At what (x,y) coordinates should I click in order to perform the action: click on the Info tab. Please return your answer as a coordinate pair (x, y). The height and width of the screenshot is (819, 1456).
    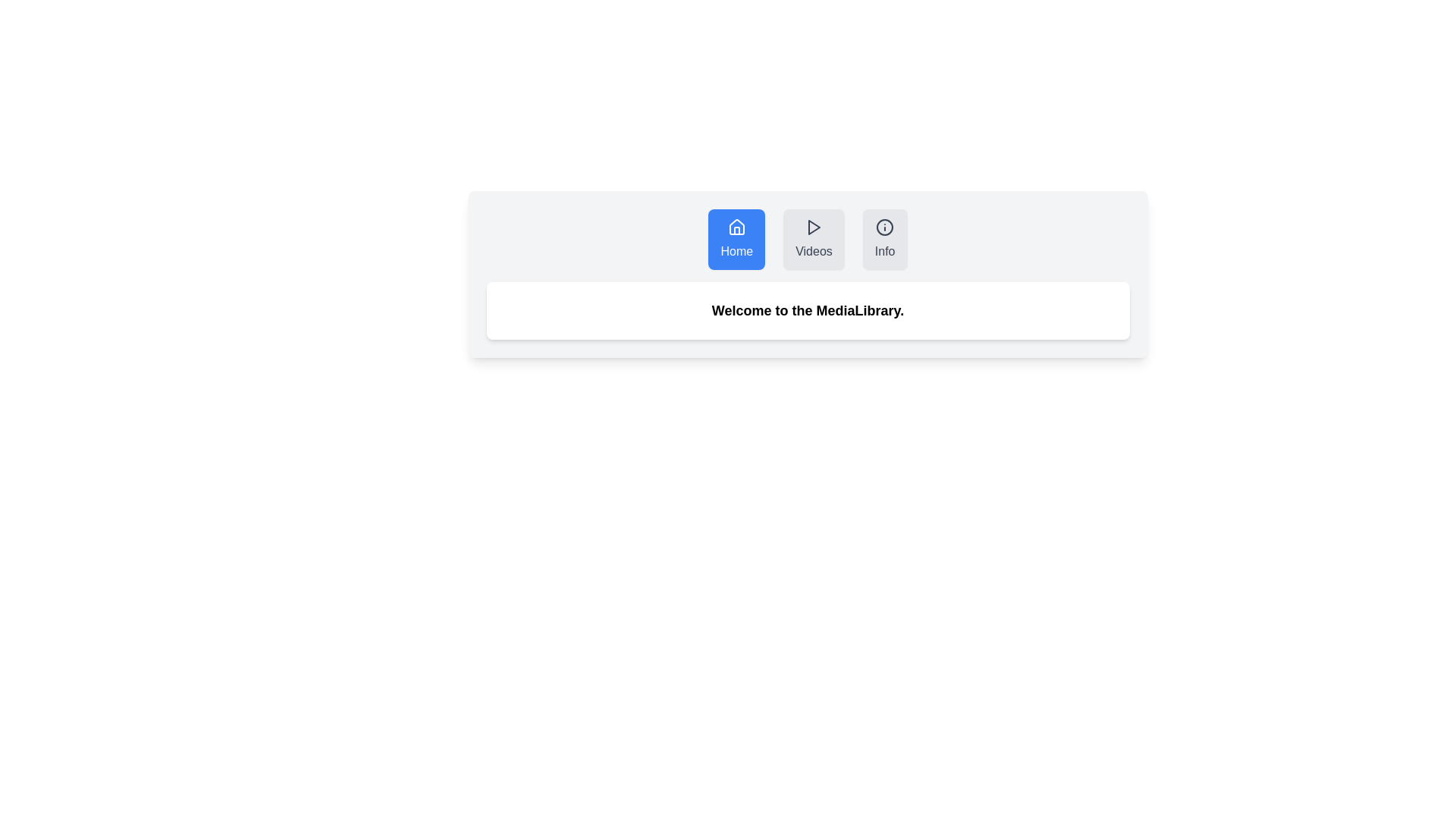
    Looking at the image, I should click on (885, 239).